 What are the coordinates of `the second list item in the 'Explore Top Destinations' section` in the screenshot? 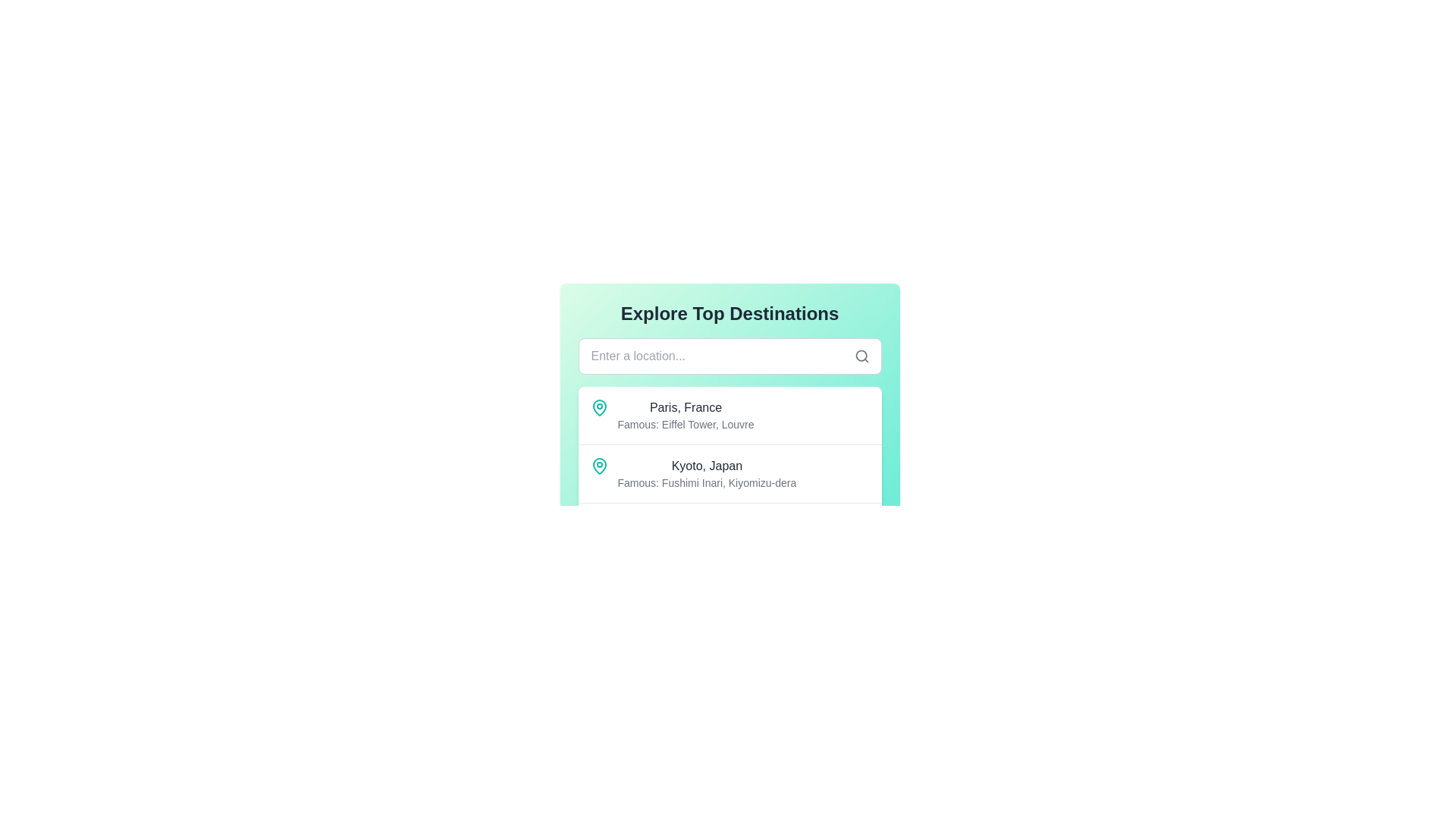 It's located at (730, 472).